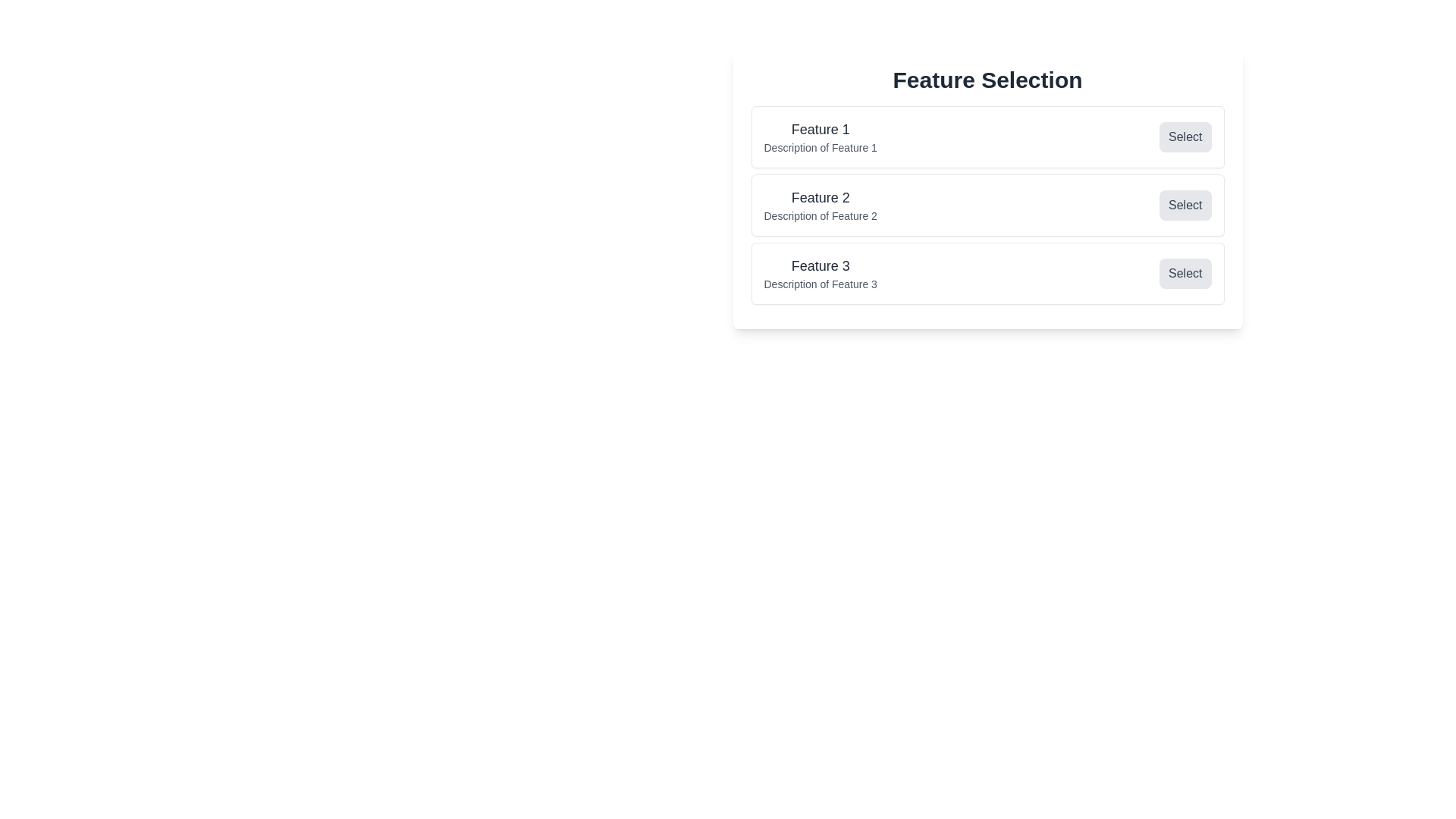  Describe the element at coordinates (1185, 274) in the screenshot. I see `the interactive button associated with 'Feature 3'` at that location.